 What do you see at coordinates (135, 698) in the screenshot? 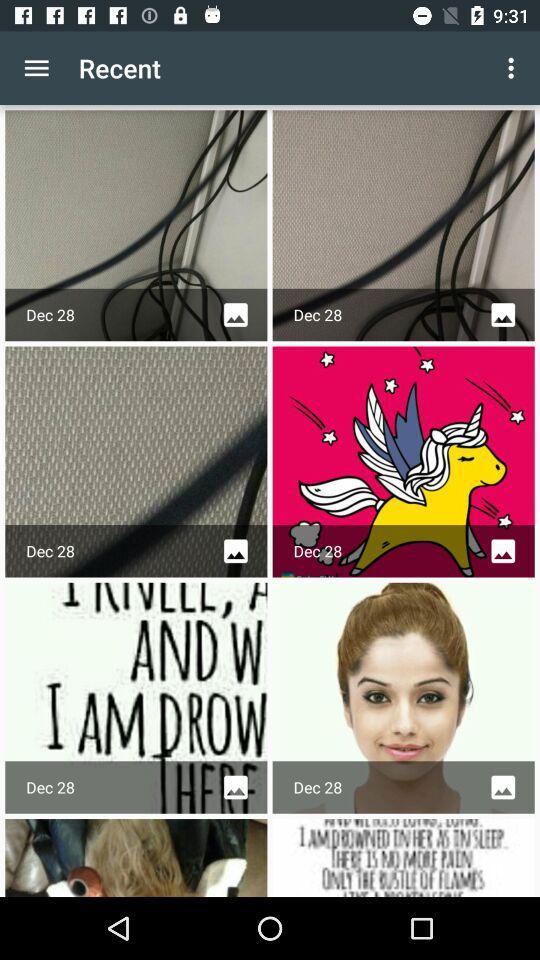
I see `the text image next to the face image` at bounding box center [135, 698].